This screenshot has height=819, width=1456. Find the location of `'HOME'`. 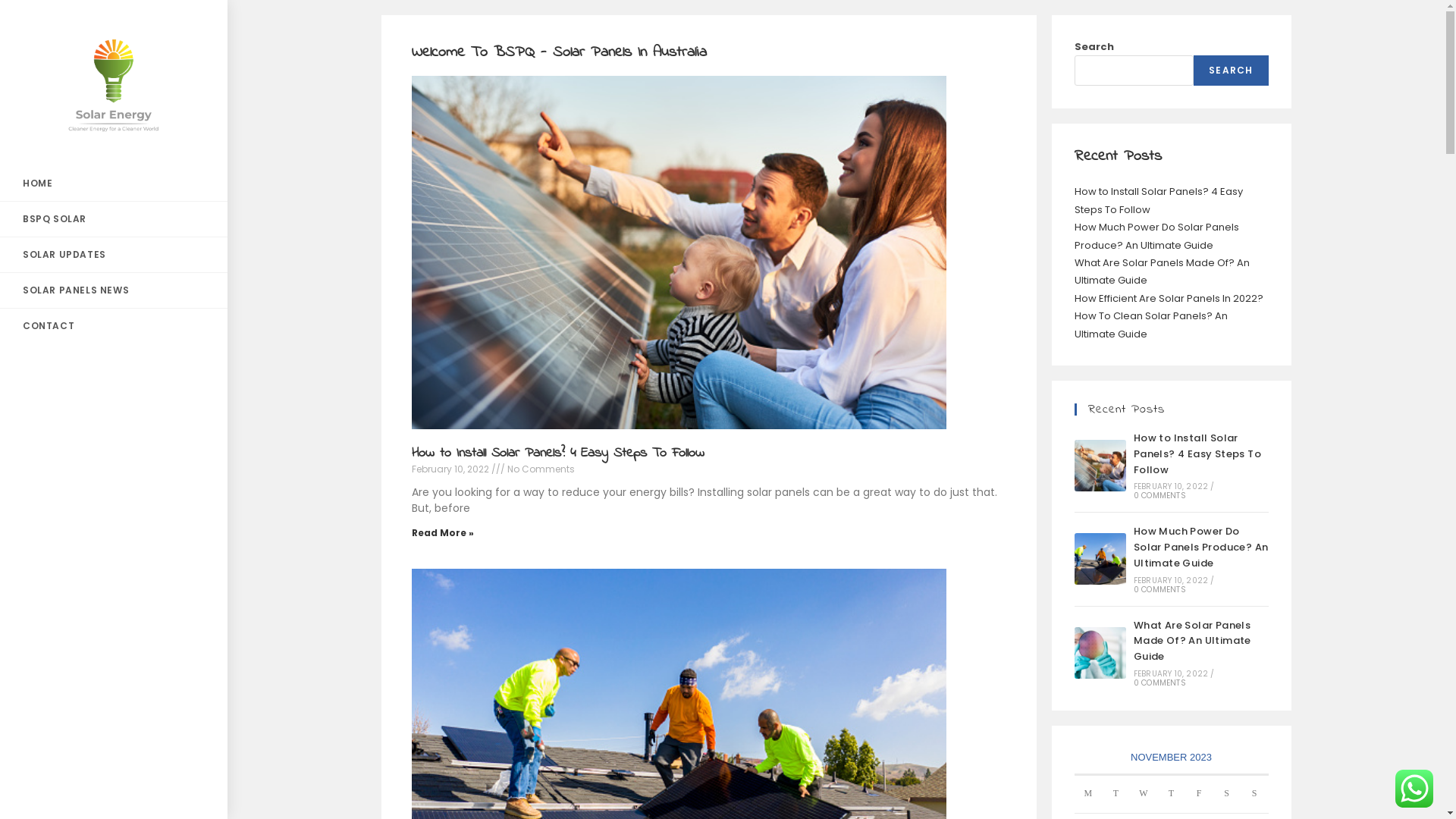

'HOME' is located at coordinates (112, 183).